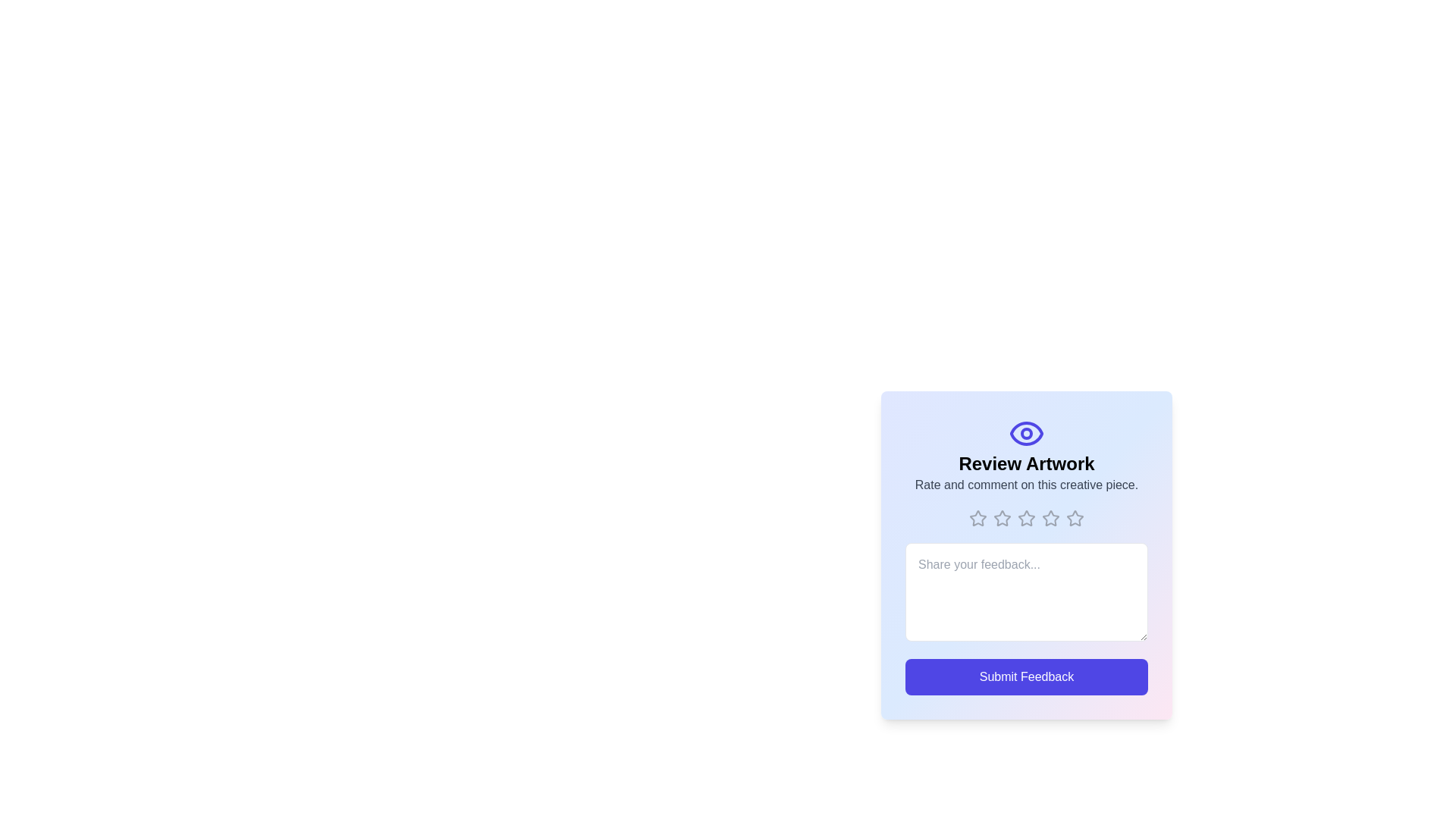 This screenshot has width=1456, height=819. What do you see at coordinates (1026, 591) in the screenshot?
I see `the feedback textarea and type the desired feedback text` at bounding box center [1026, 591].